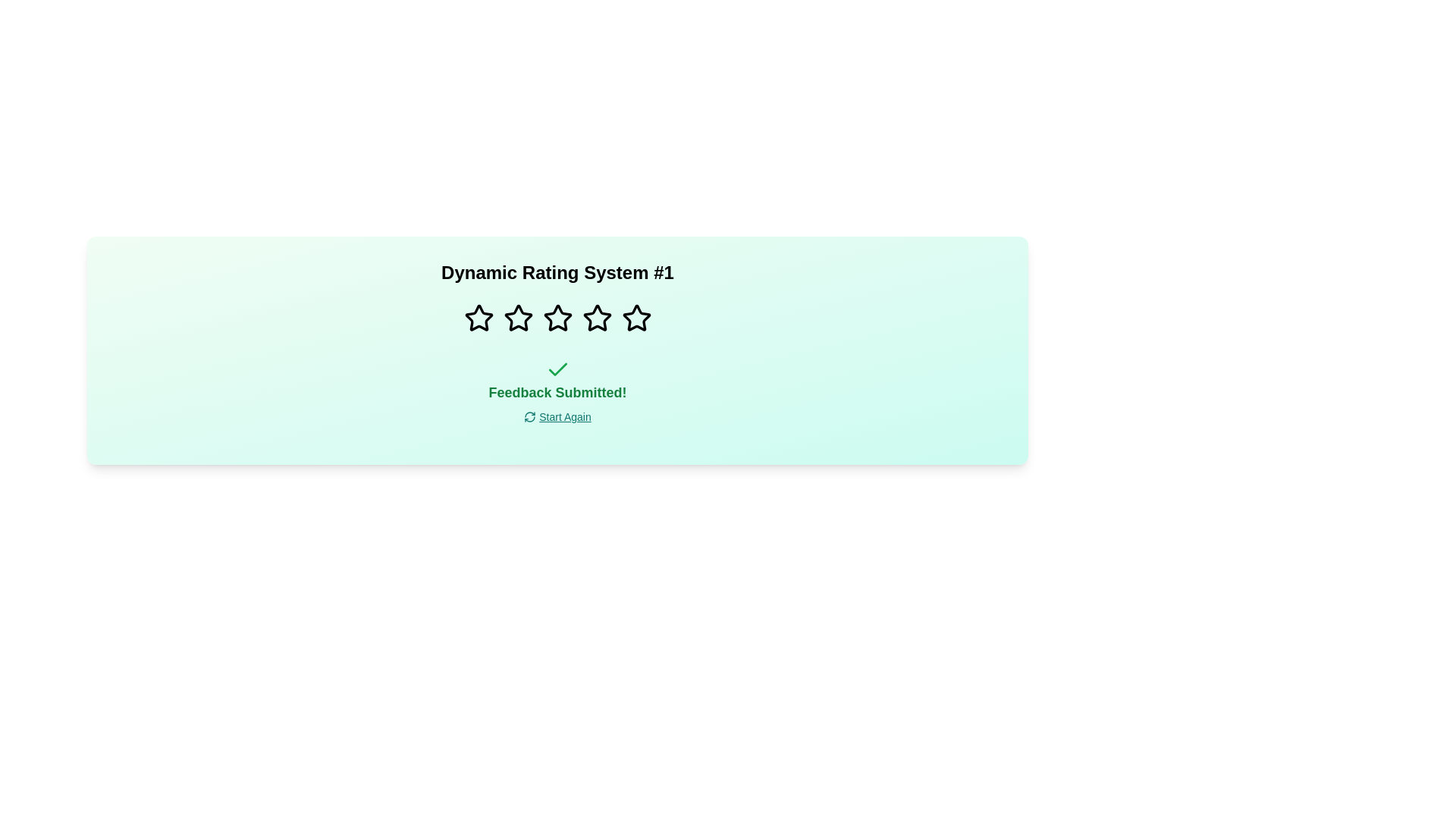 The width and height of the screenshot is (1456, 819). I want to click on the interactive hyperlink with a refresh icon located below the text 'Feedback Submitted!', so click(557, 417).